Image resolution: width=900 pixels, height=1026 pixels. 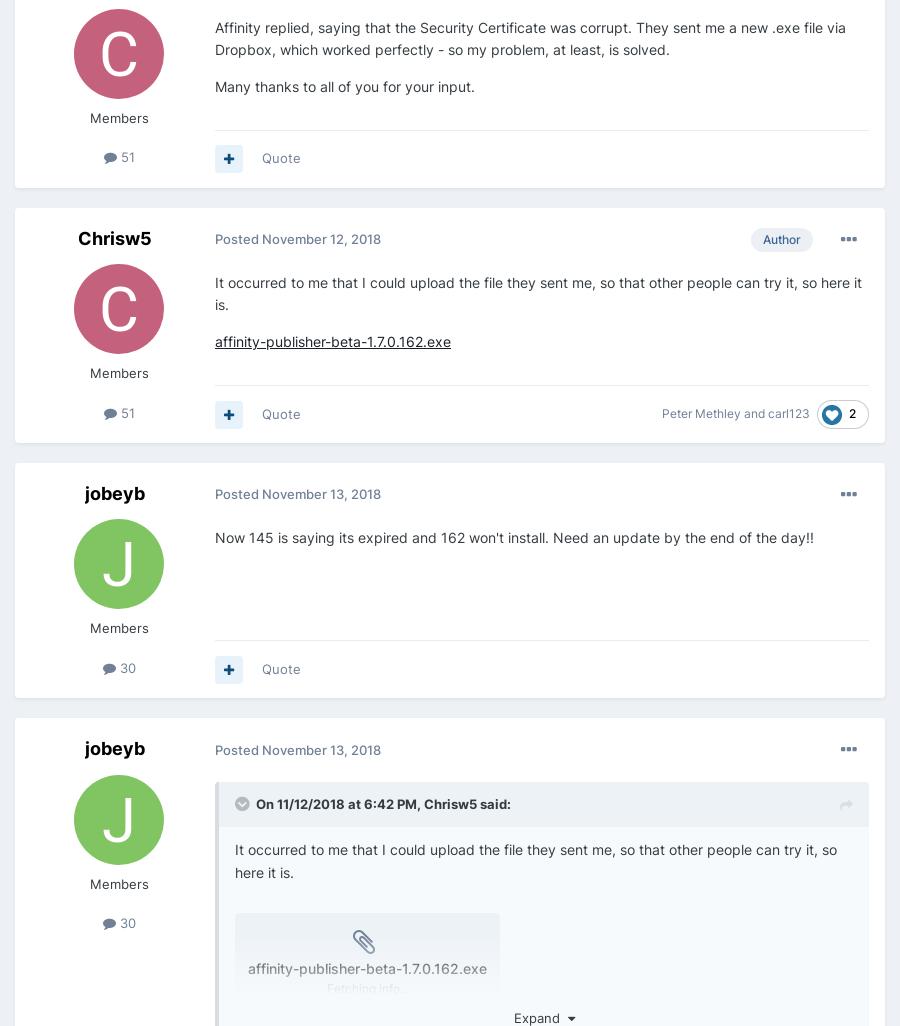 What do you see at coordinates (340, 802) in the screenshot?
I see `'On 11/12/2018 at 6:42 PM,'` at bounding box center [340, 802].